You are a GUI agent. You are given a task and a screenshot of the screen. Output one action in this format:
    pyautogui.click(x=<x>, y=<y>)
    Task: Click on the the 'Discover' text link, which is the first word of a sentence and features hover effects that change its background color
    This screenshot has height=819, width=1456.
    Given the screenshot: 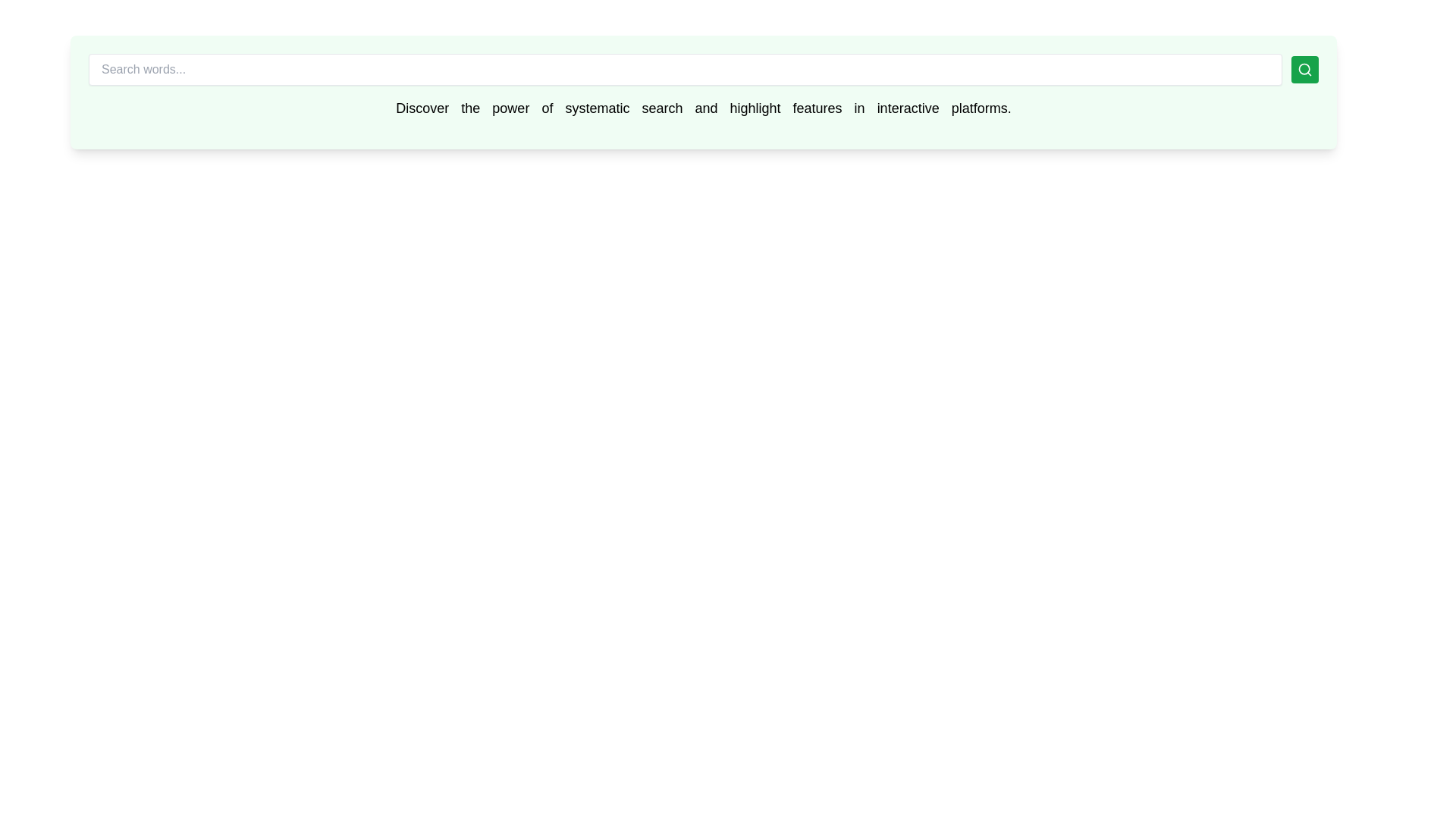 What is the action you would take?
    pyautogui.click(x=422, y=107)
    